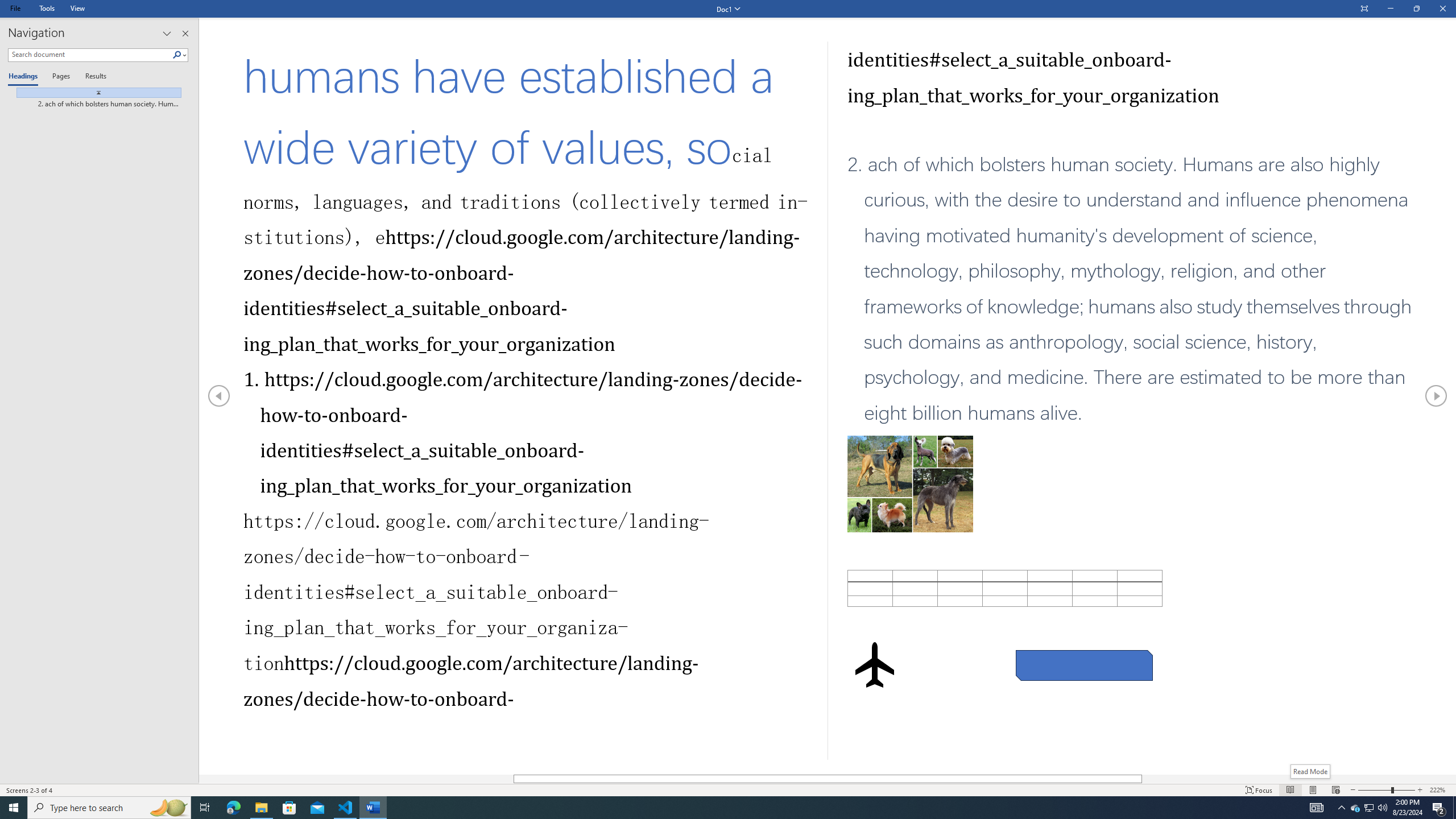  Describe the element at coordinates (1420, 790) in the screenshot. I see `'Increase Text Size'` at that location.